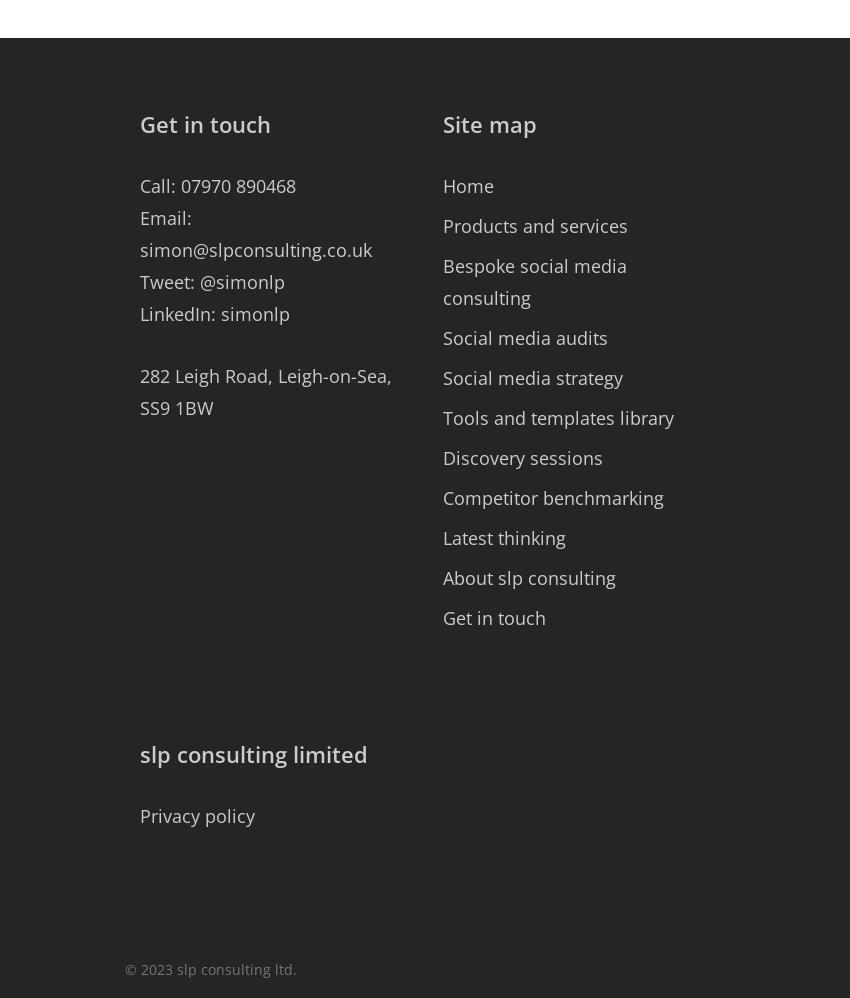 This screenshot has width=850, height=998. Describe the element at coordinates (524, 338) in the screenshot. I see `'Social media audits'` at that location.